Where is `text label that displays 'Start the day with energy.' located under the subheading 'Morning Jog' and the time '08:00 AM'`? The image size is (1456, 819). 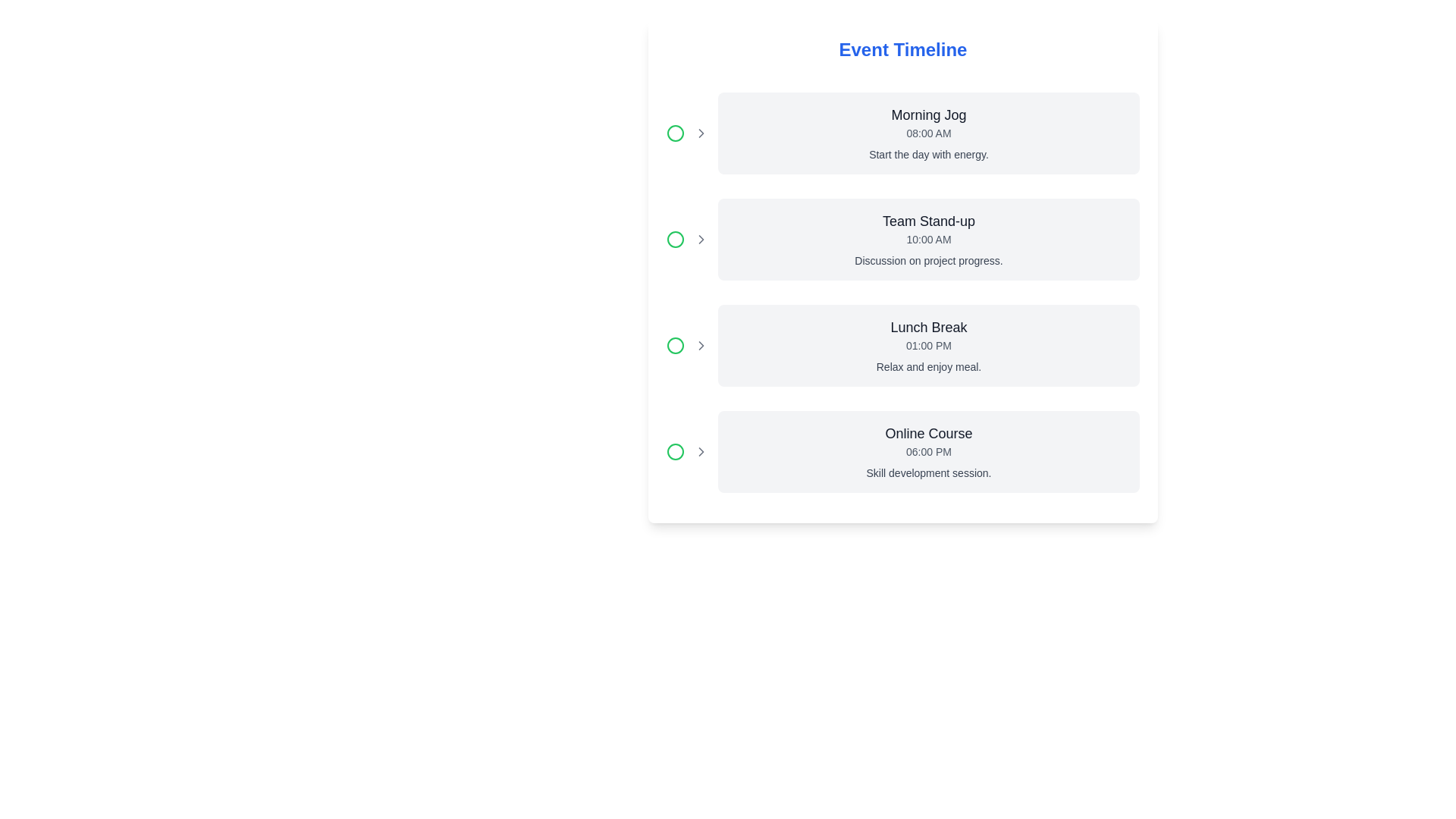
text label that displays 'Start the day with energy.' located under the subheading 'Morning Jog' and the time '08:00 AM' is located at coordinates (927, 155).